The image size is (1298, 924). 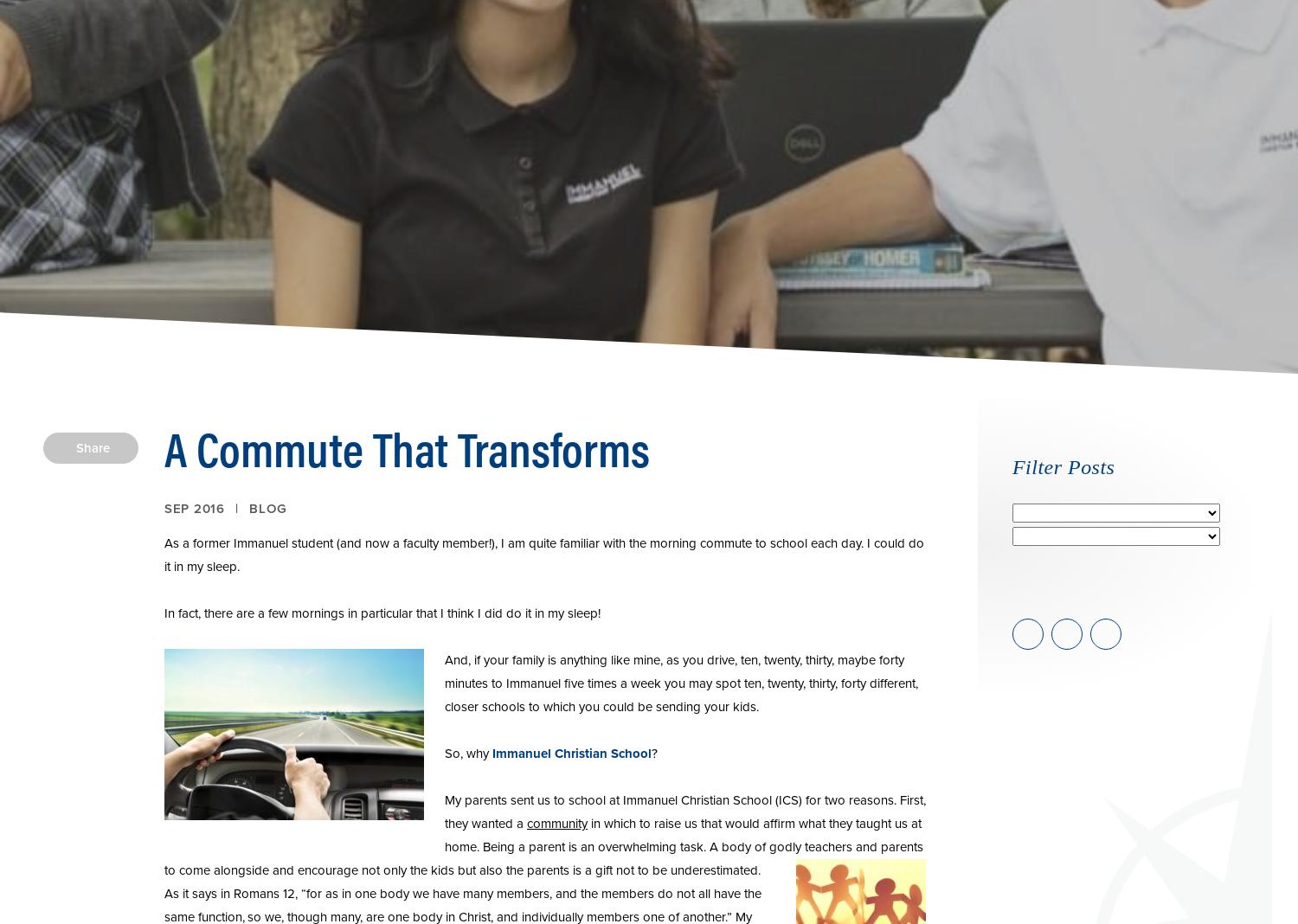 I want to click on 'Sep 2016', so click(x=192, y=506).